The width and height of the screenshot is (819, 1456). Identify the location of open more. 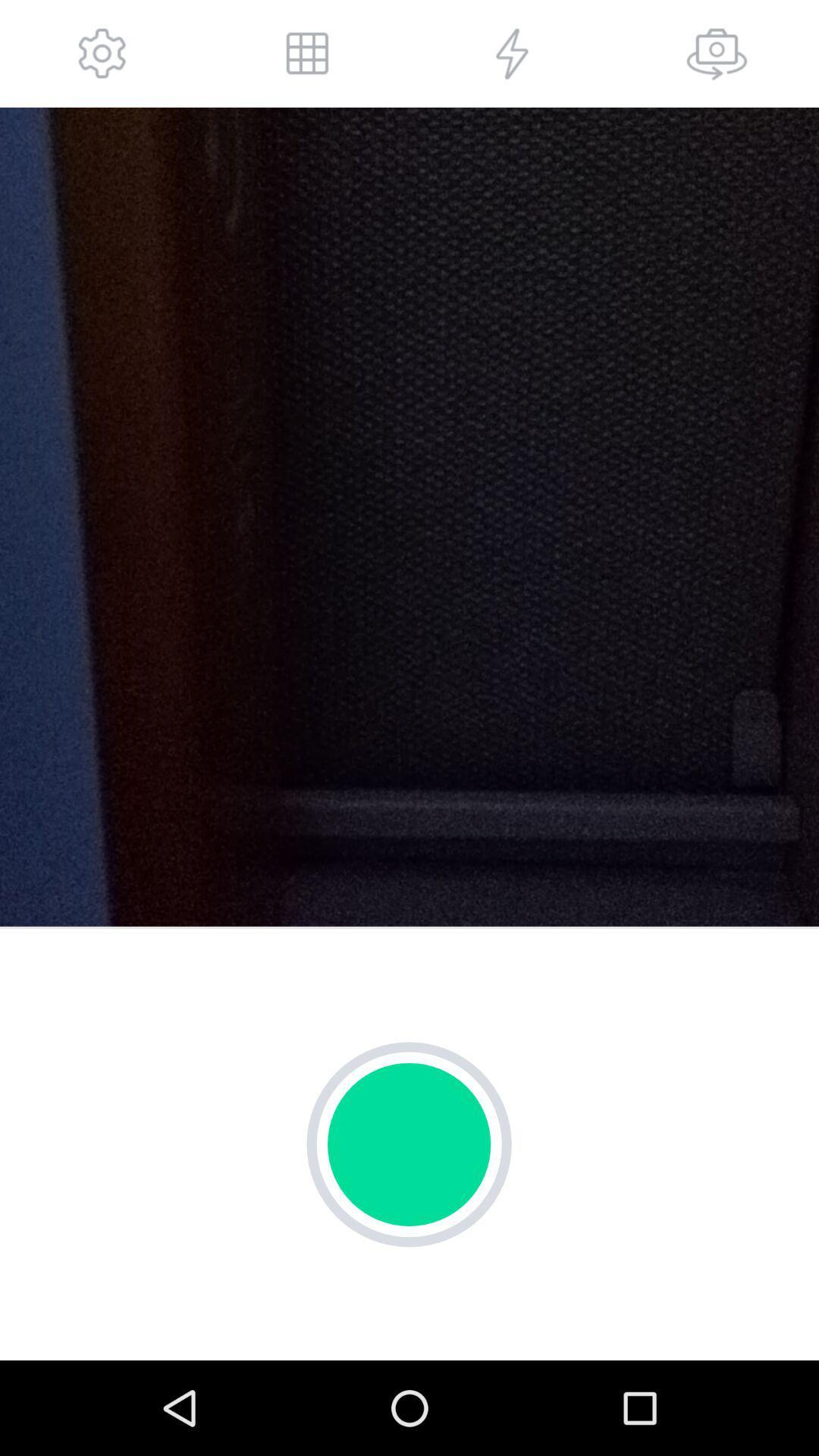
(307, 53).